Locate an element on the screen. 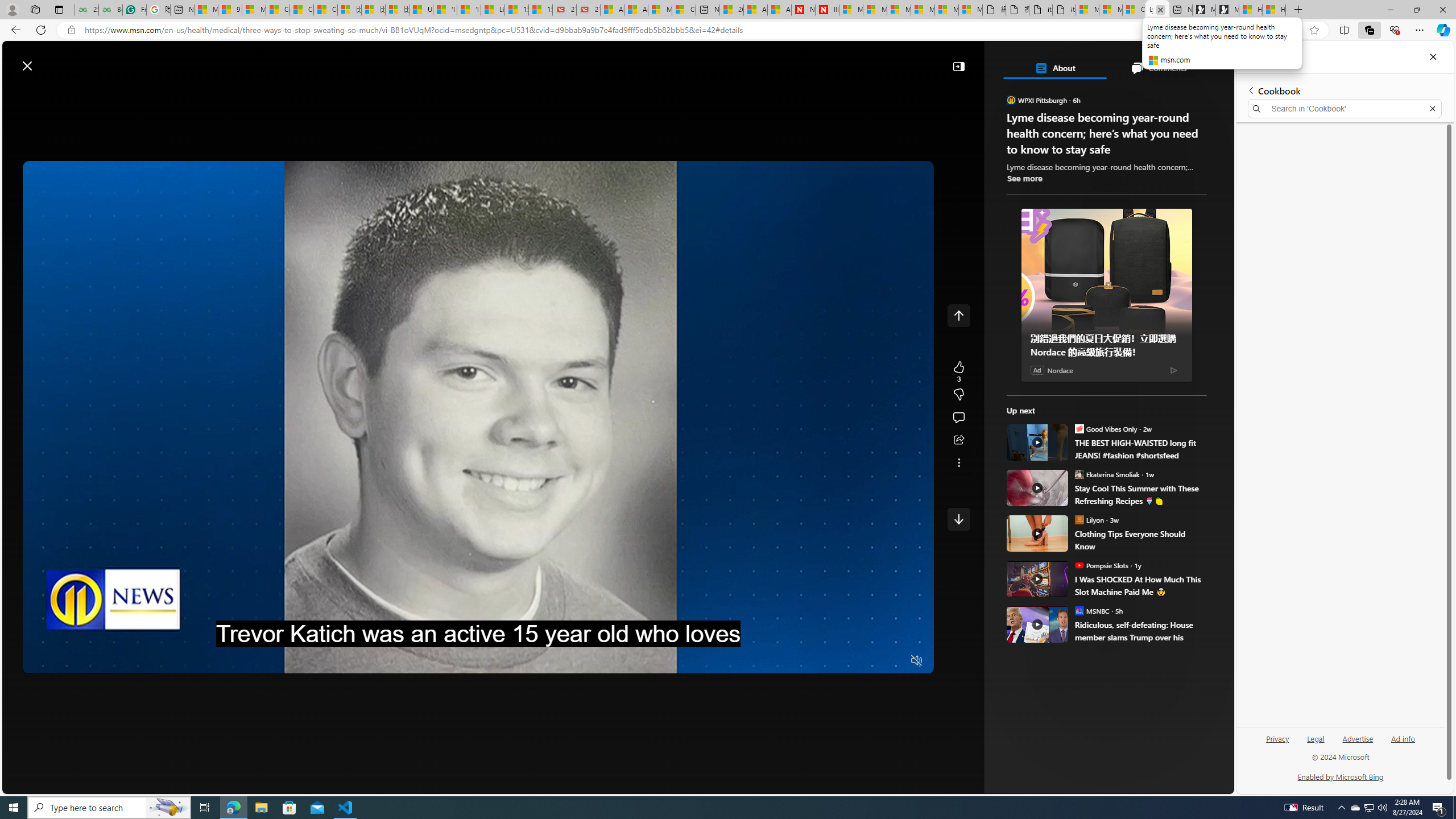  'Illness news & latest pictures from Newsweek.com' is located at coordinates (828, 9).